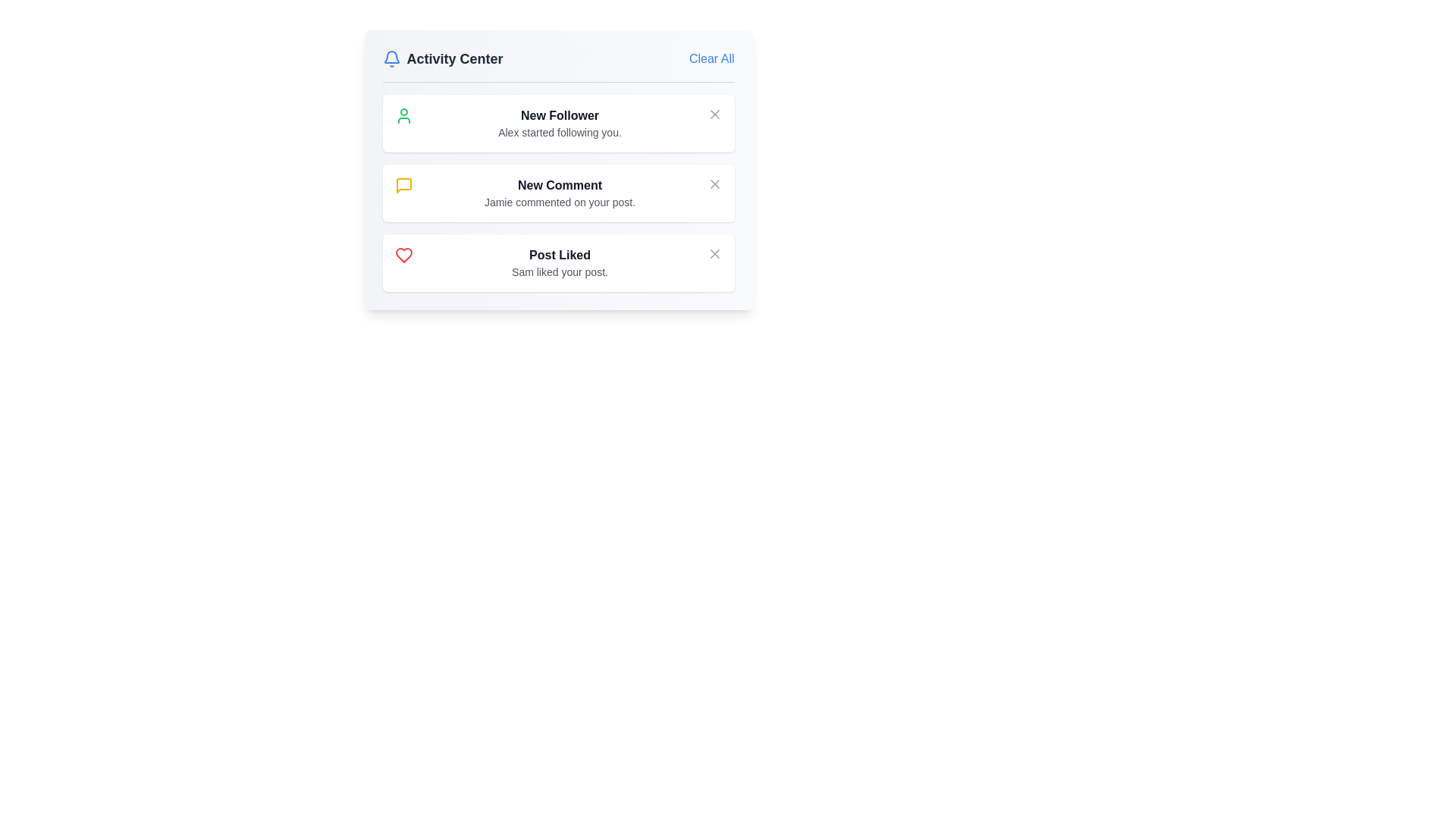  Describe the element at coordinates (711, 58) in the screenshot. I see `the 'Clear All' clickable text label located at the top-right corner of the 'Activity Center' panel, which is used to clear all notifications or items` at that location.